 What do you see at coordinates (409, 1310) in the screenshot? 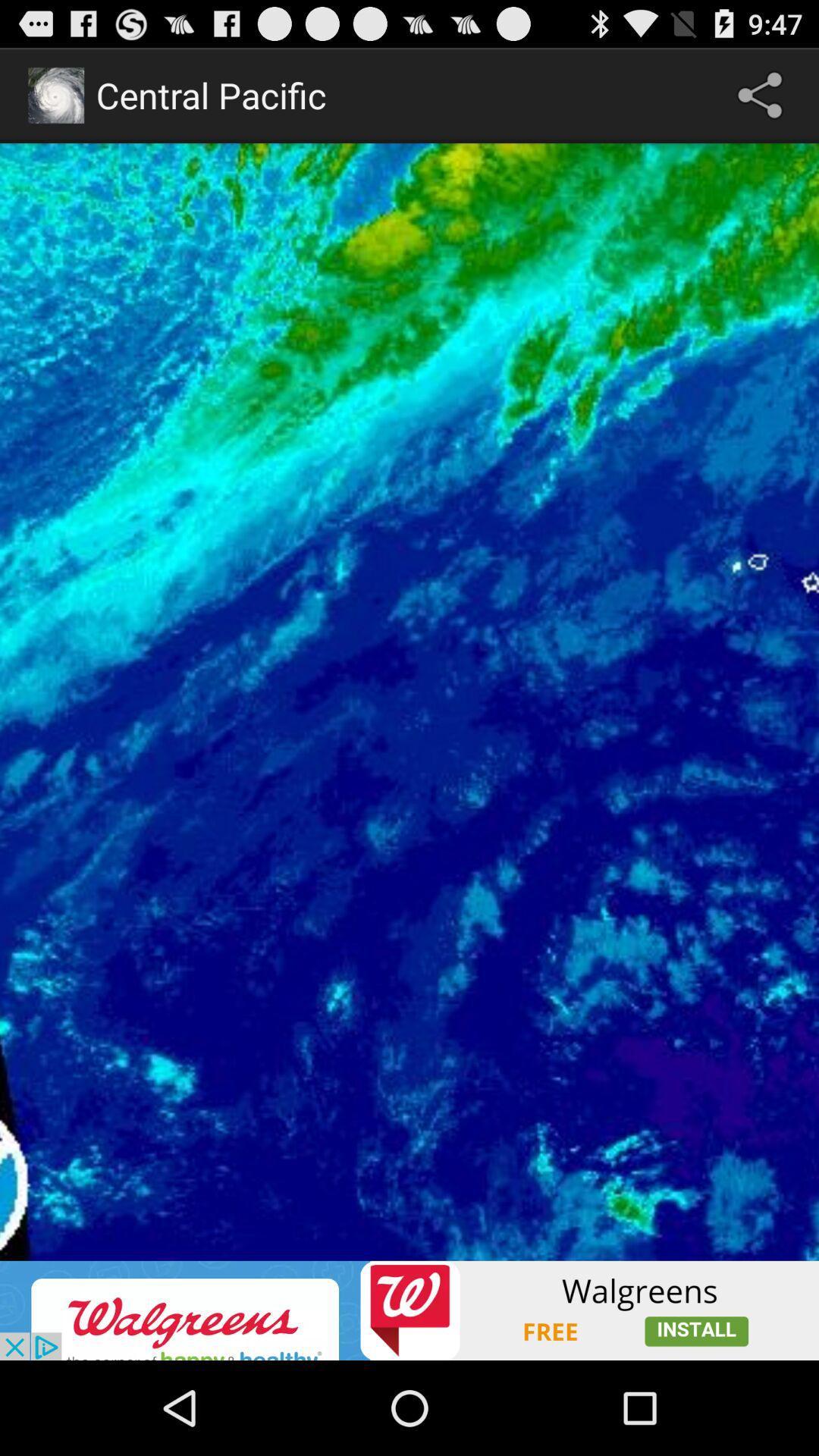
I see `advertisement` at bounding box center [409, 1310].